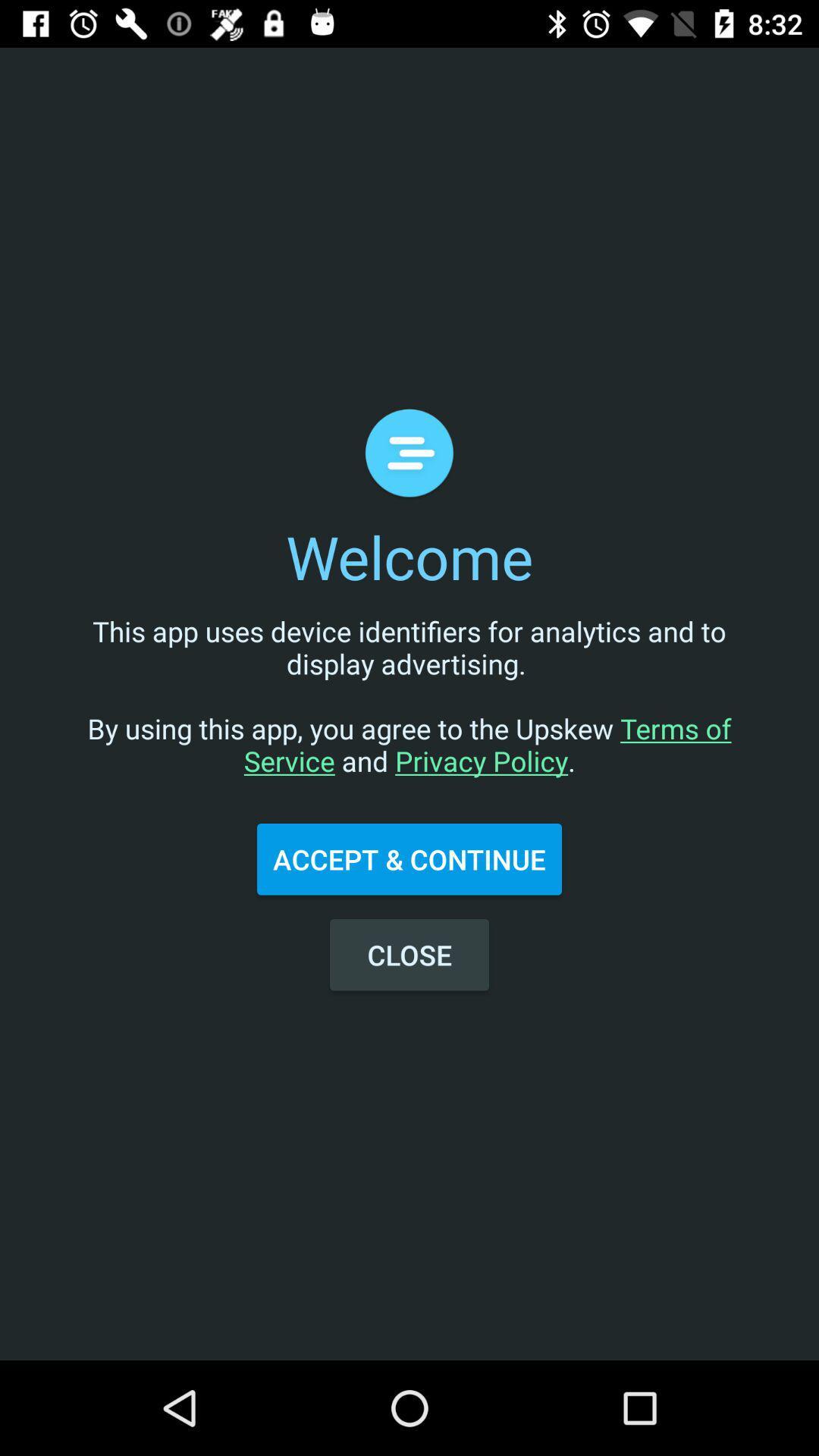 This screenshot has height=1456, width=819. Describe the element at coordinates (409, 711) in the screenshot. I see `the icon below welcome icon` at that location.